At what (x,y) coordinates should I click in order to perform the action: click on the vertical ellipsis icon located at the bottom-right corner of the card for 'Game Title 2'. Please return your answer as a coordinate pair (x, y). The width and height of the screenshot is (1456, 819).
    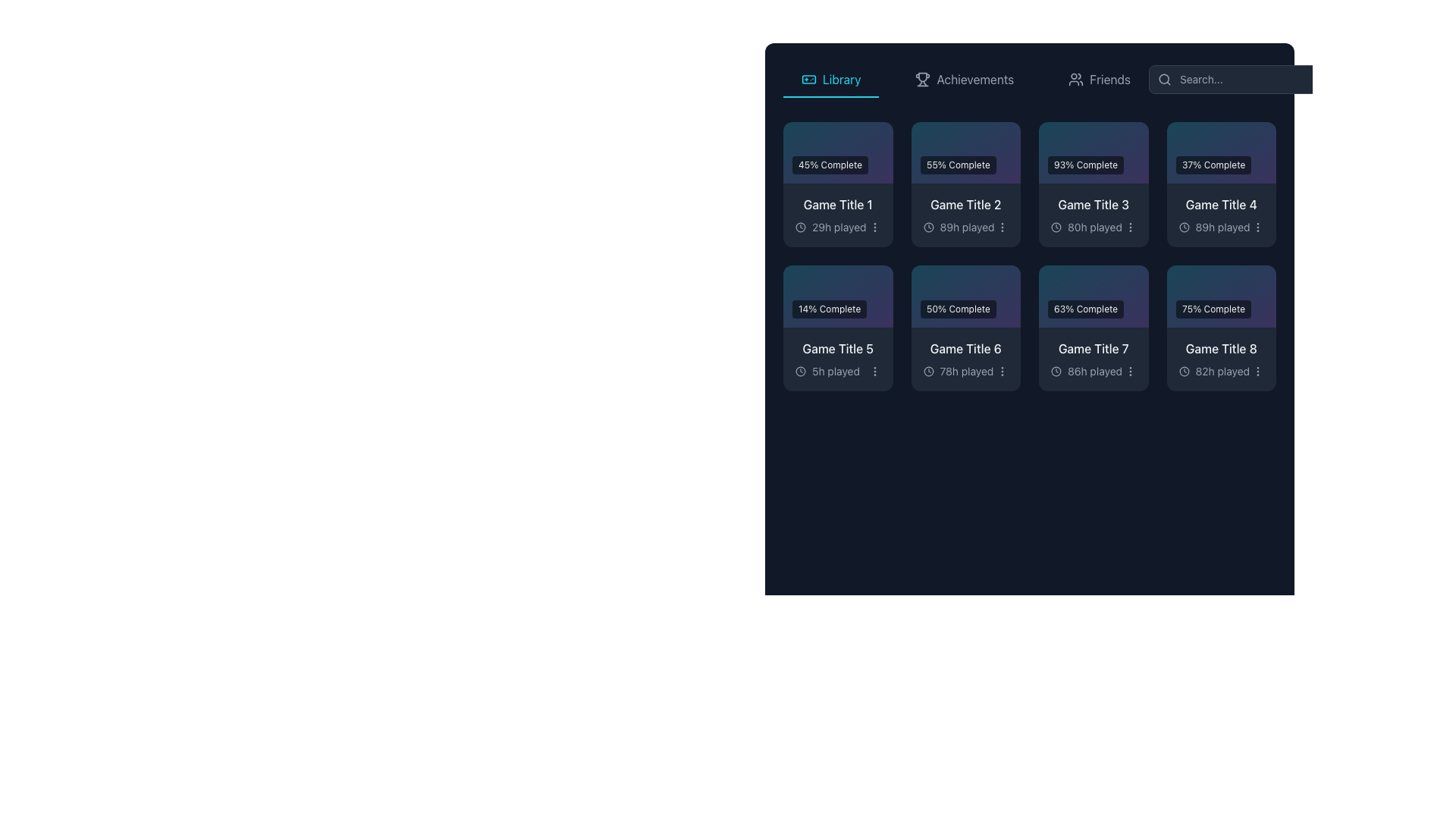
    Looking at the image, I should click on (1002, 227).